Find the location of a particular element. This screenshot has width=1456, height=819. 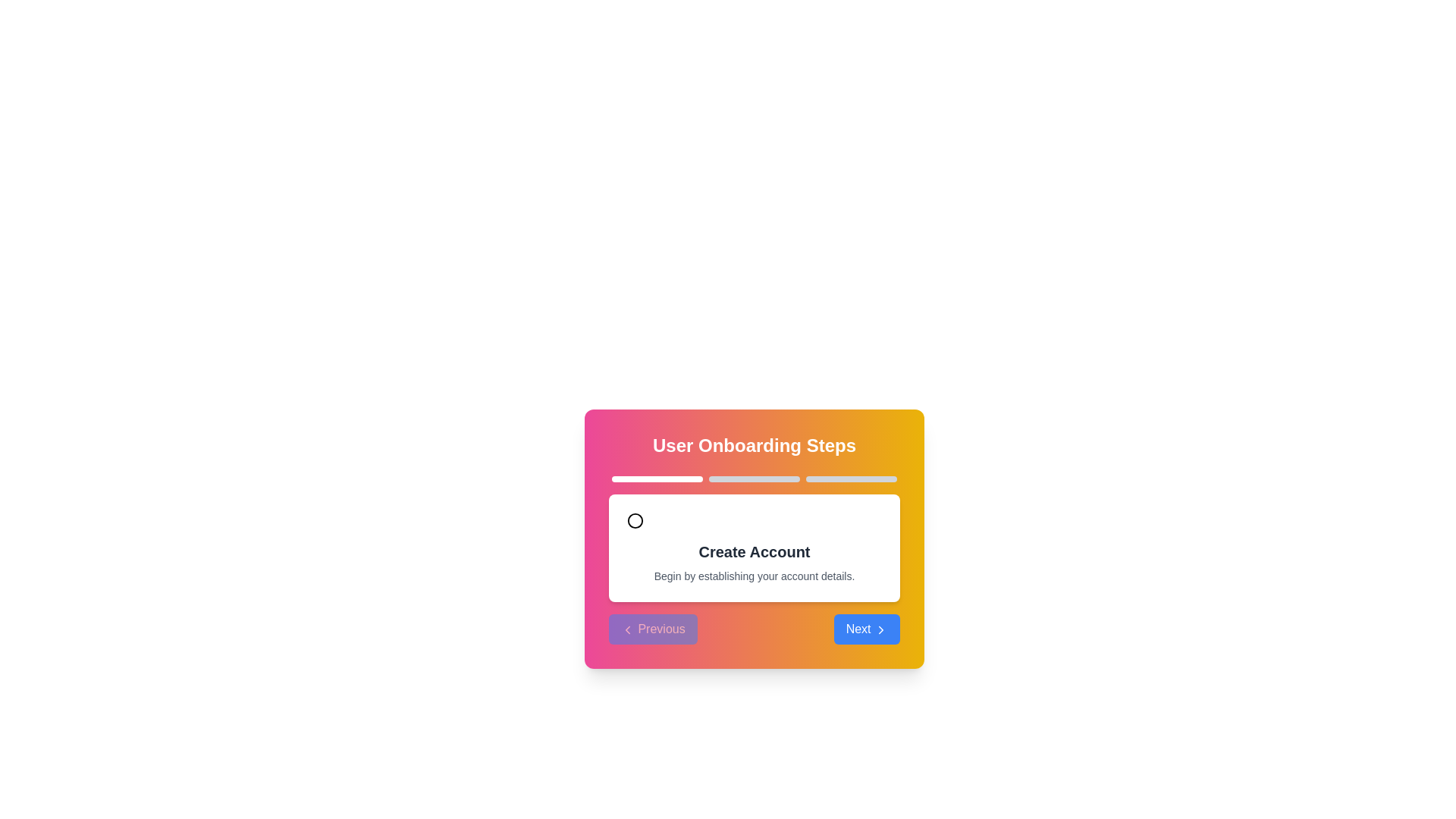

the second Progress Indicator Segment, which is a horizontally elongated rectangle with rounded corners, styled in light gray, located in the upper middle section of the user interface is located at coordinates (754, 479).